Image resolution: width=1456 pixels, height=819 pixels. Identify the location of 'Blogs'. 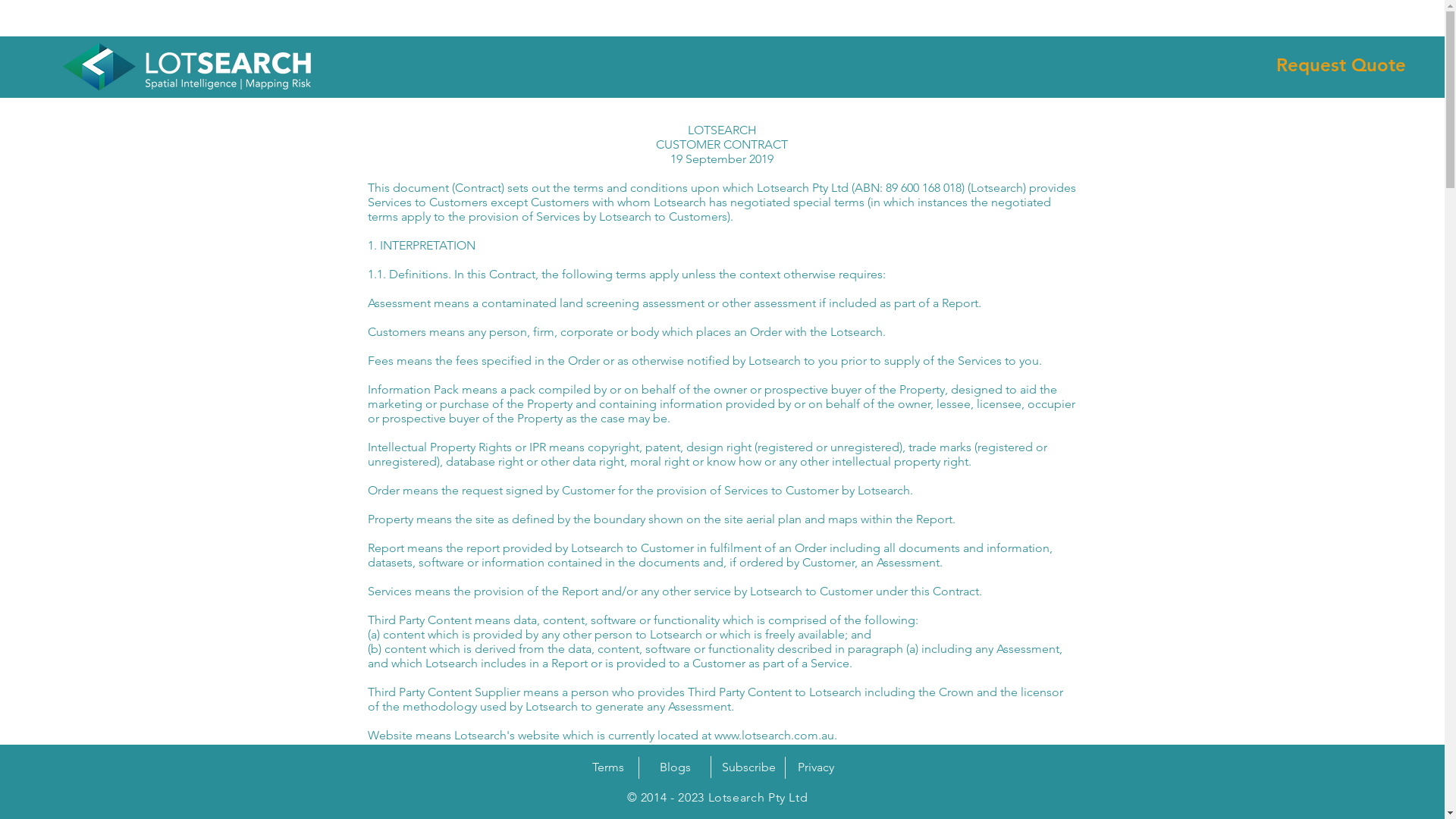
(673, 767).